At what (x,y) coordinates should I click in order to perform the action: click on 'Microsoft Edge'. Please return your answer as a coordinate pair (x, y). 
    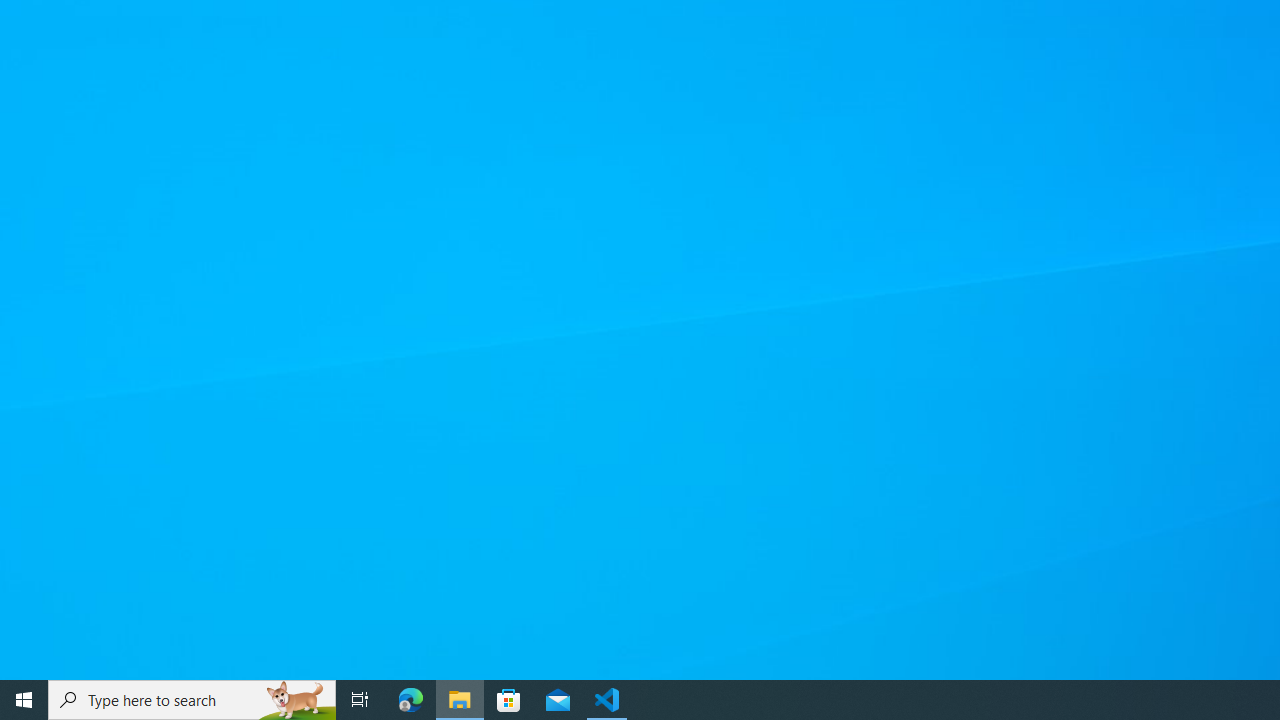
    Looking at the image, I should click on (410, 698).